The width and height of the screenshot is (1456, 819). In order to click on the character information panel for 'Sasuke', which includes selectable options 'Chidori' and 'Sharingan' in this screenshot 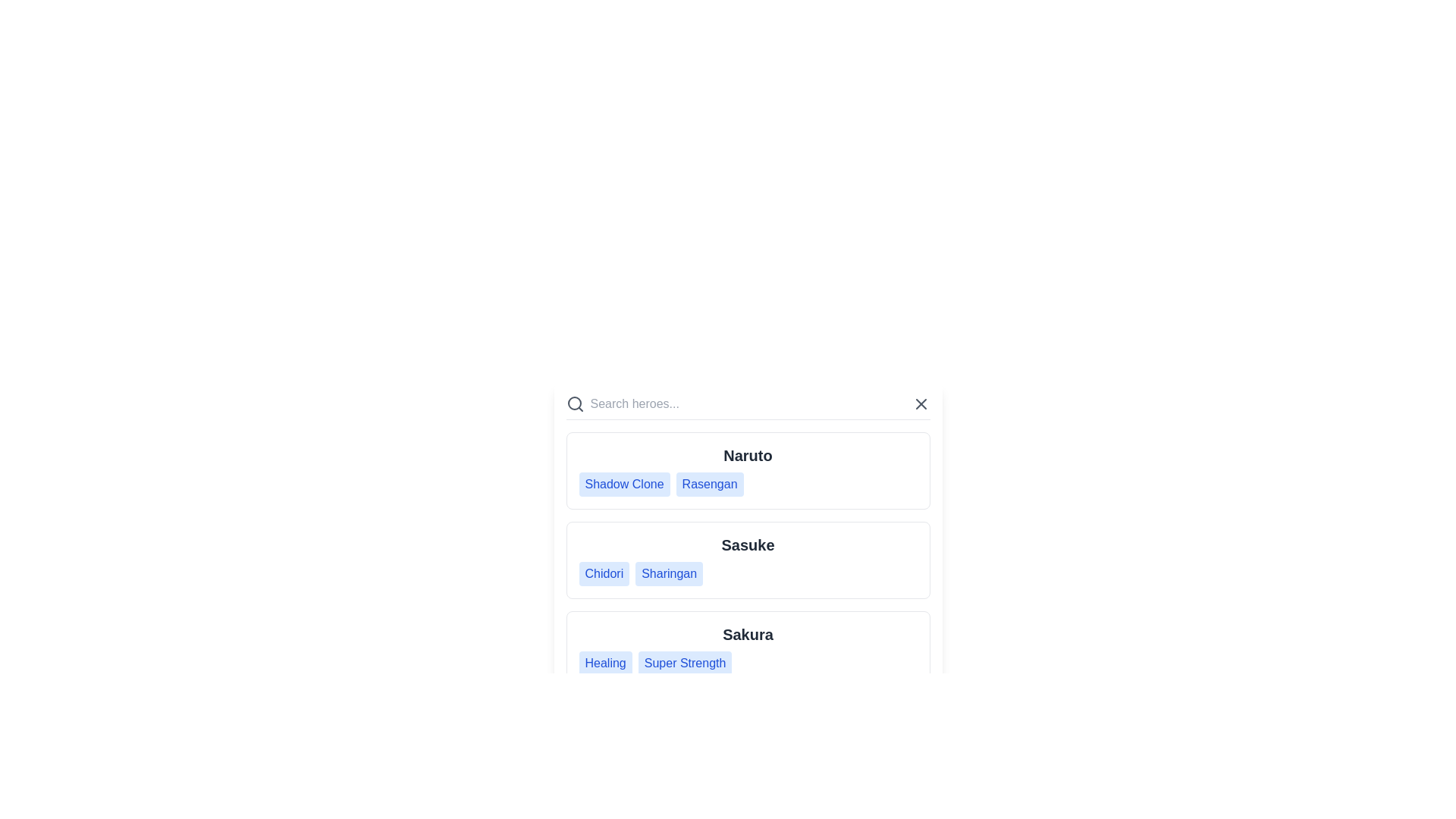, I will do `click(748, 560)`.